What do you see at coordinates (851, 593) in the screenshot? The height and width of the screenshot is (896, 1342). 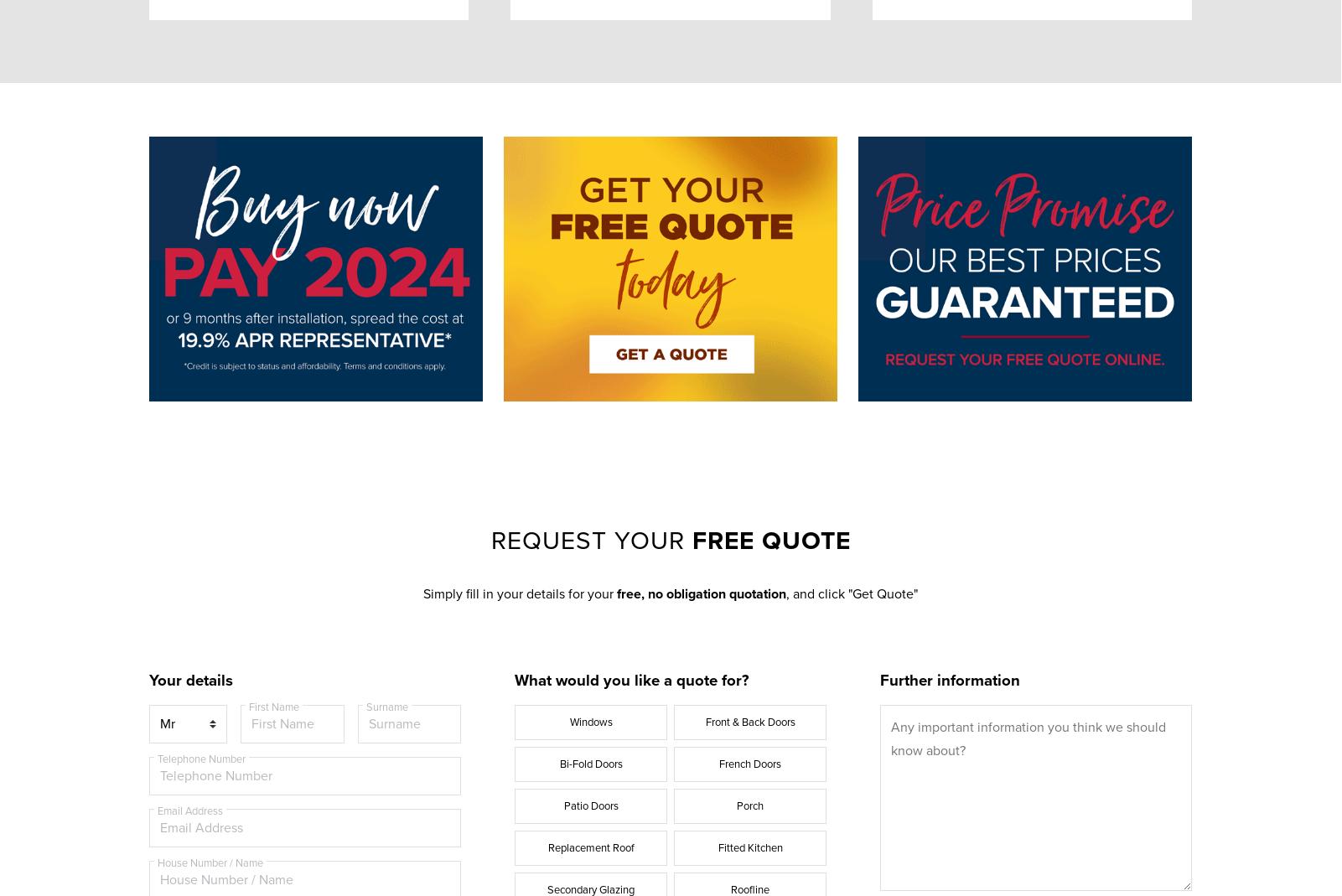 I see `', and click "Get Quote"'` at bounding box center [851, 593].